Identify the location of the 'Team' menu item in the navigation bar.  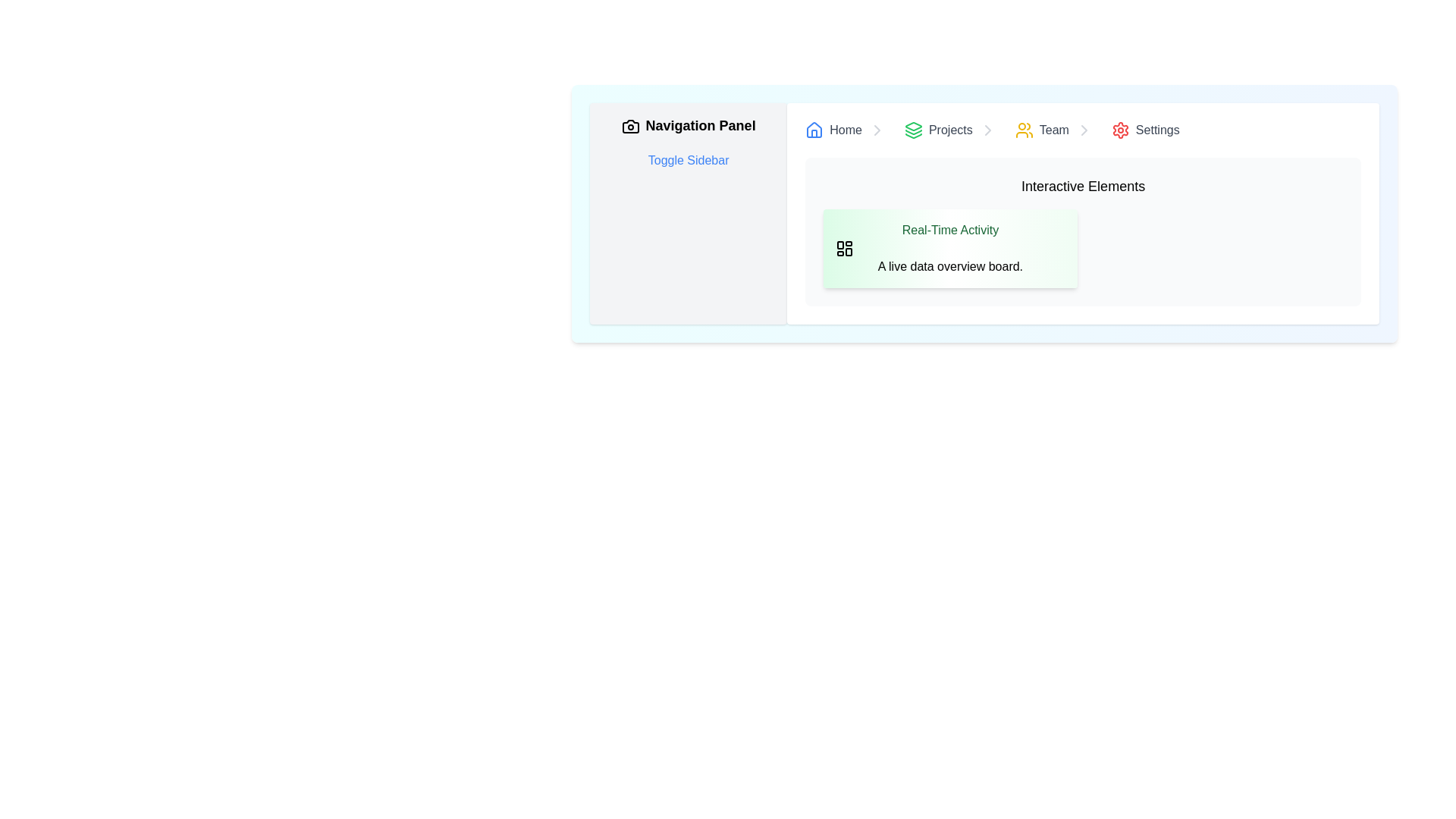
(1041, 130).